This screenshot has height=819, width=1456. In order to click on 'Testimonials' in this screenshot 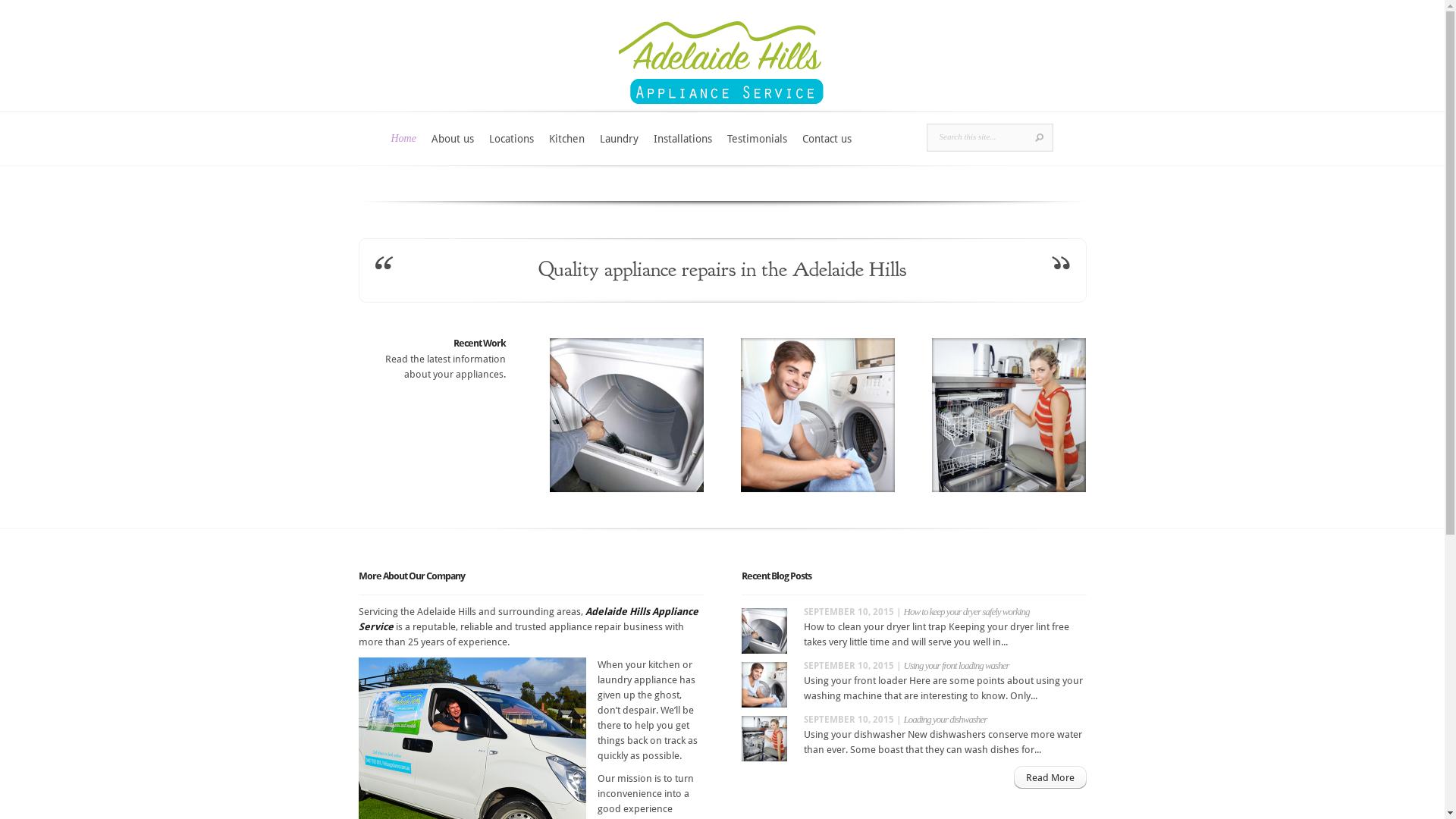, I will do `click(757, 148)`.